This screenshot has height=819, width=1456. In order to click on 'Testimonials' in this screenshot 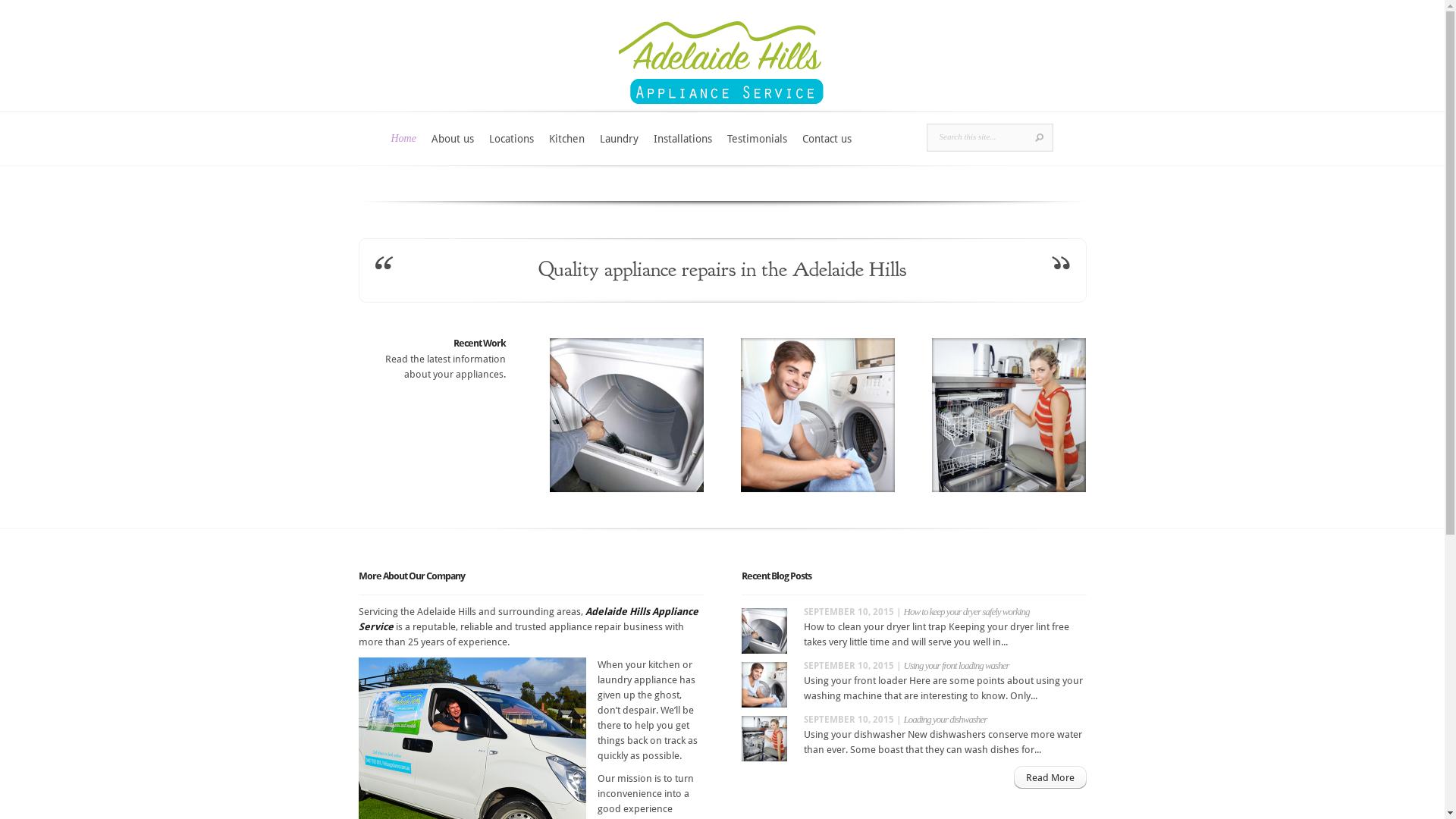, I will do `click(757, 148)`.